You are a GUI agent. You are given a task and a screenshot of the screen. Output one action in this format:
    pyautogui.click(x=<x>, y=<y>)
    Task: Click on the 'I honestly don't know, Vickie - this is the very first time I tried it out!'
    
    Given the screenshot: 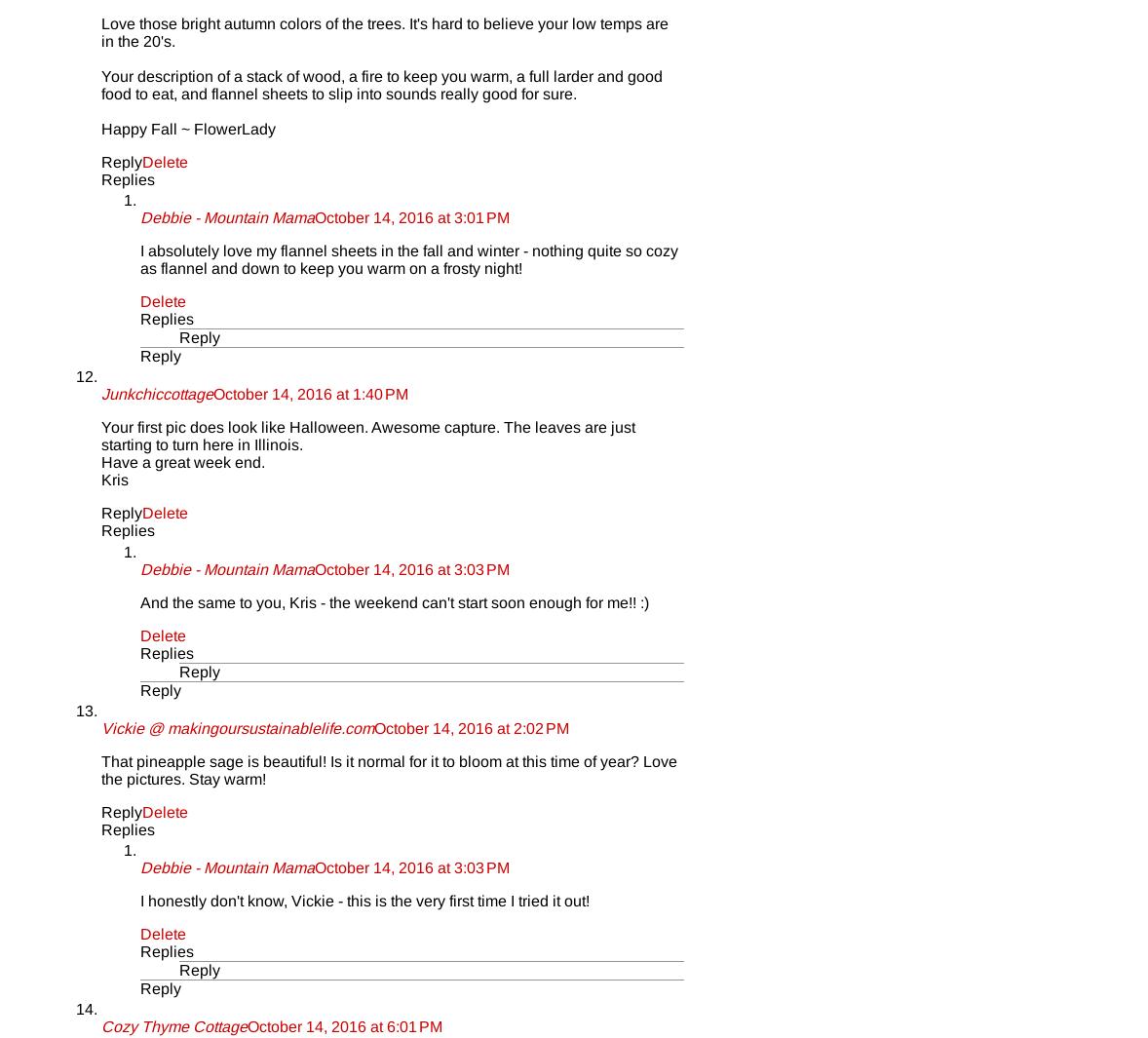 What is the action you would take?
    pyautogui.click(x=364, y=901)
    